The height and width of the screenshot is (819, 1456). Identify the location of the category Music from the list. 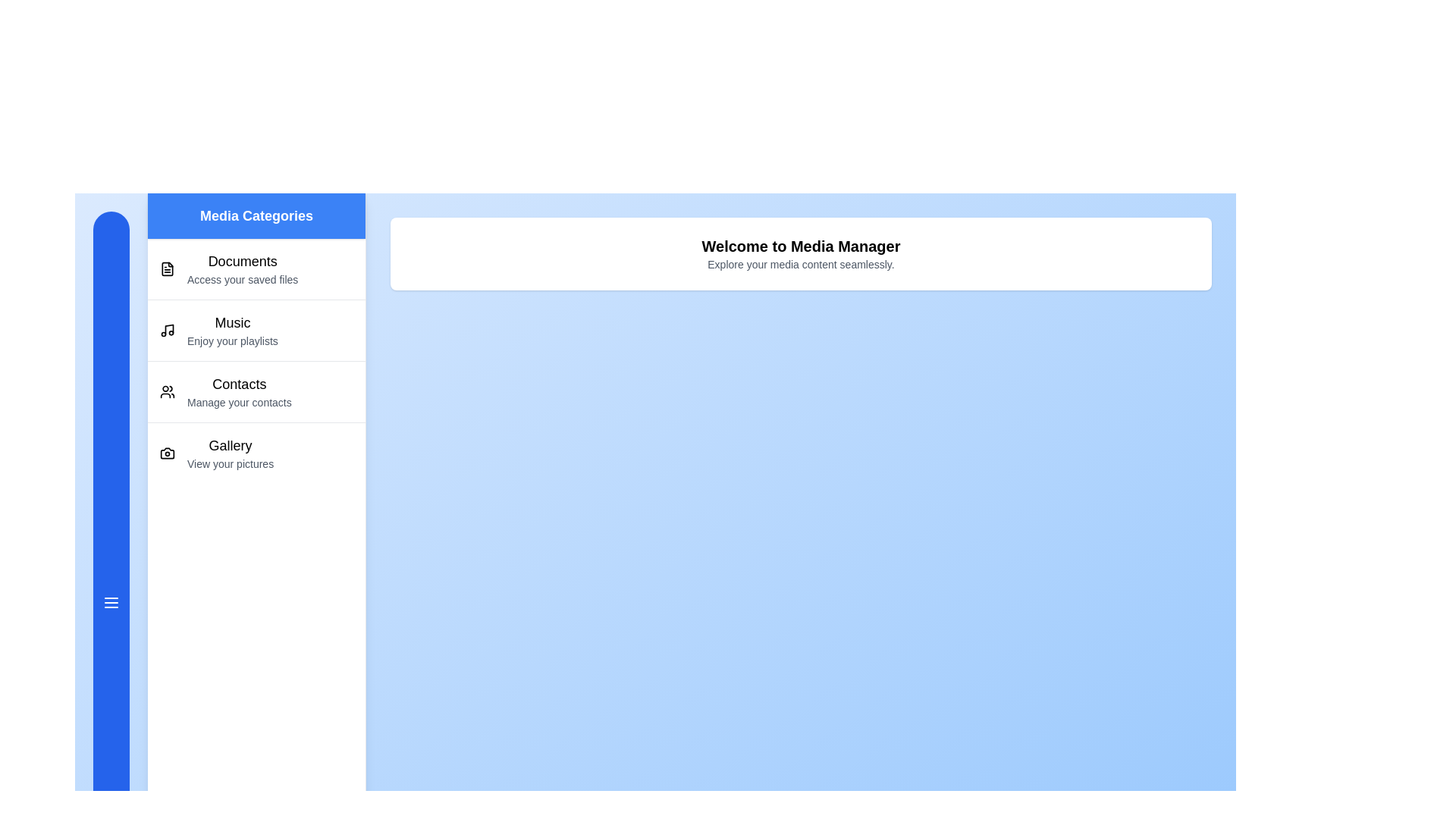
(256, 329).